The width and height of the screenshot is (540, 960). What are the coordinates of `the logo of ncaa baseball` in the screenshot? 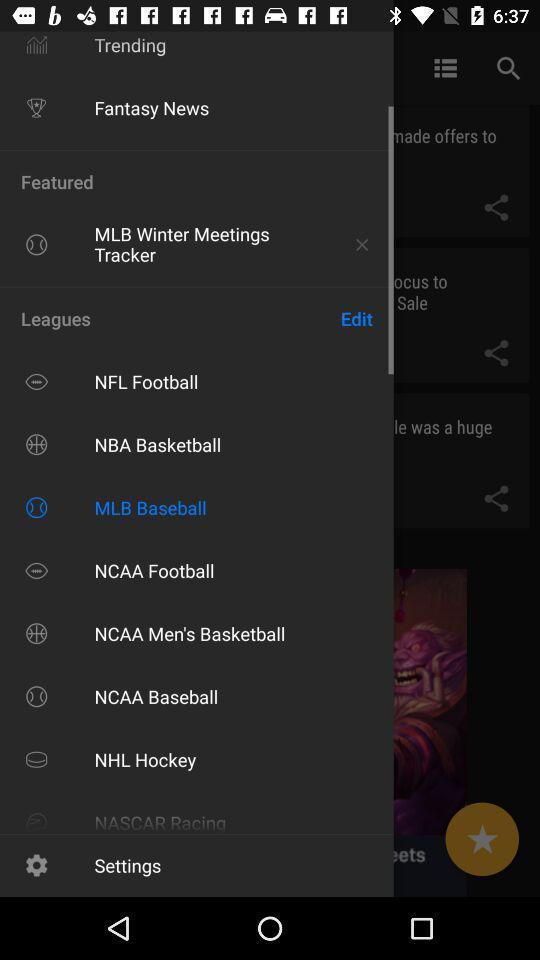 It's located at (36, 696).